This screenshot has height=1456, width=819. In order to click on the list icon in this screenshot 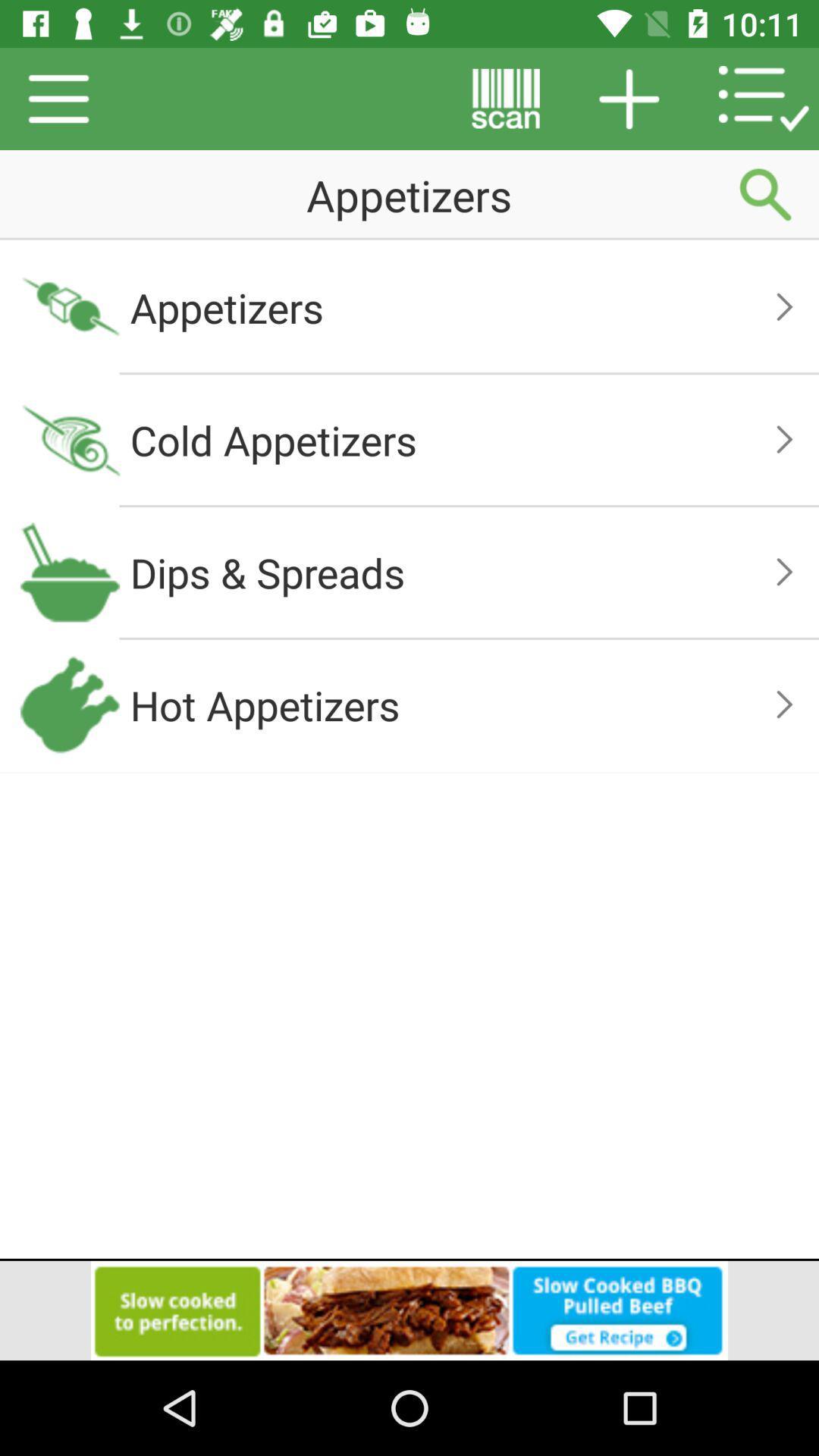, I will do `click(764, 98)`.